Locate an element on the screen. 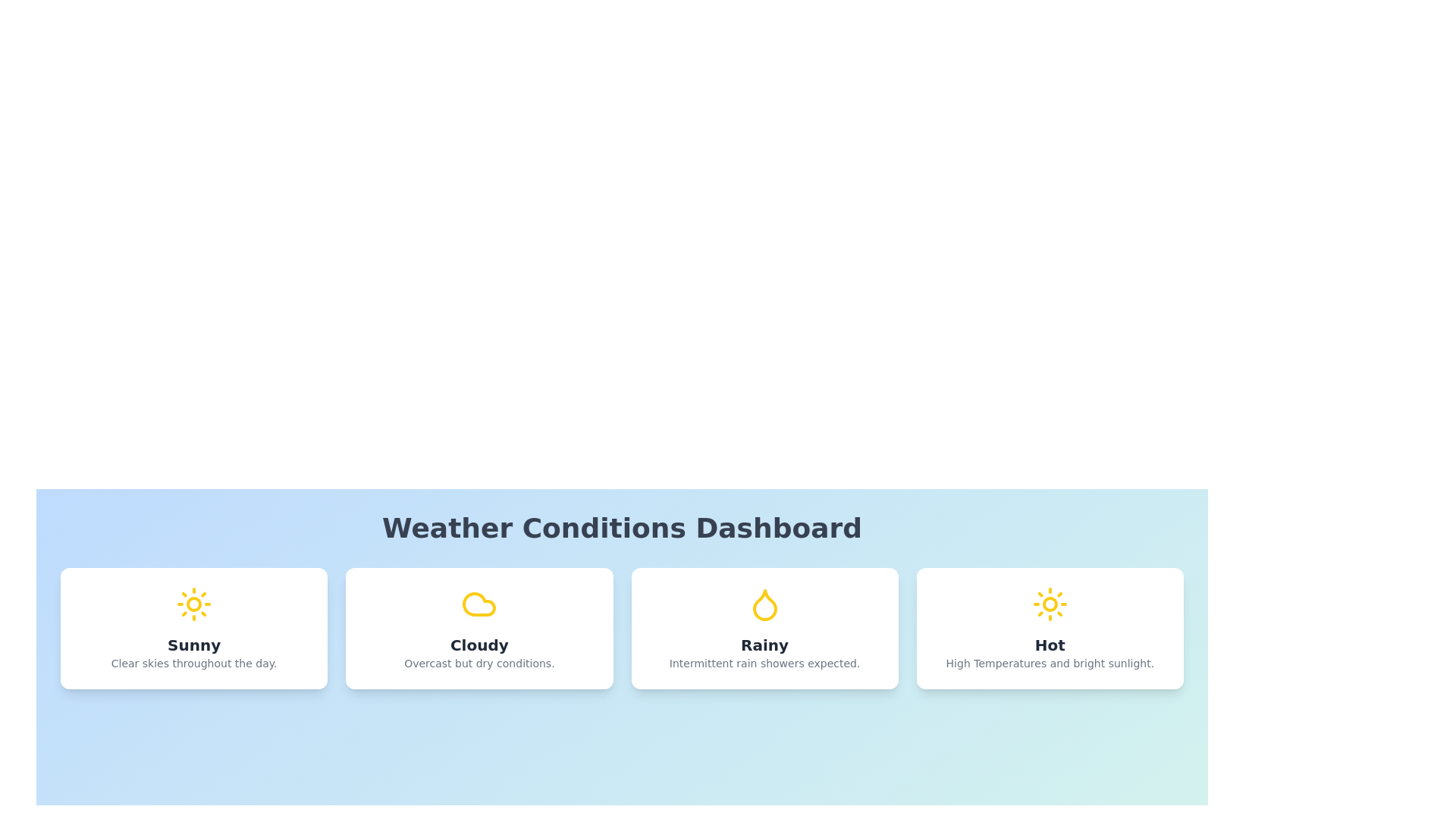 The width and height of the screenshot is (1456, 819). text displayed in the bold font style on the second card from the left labeled 'Cloudy' is located at coordinates (479, 645).